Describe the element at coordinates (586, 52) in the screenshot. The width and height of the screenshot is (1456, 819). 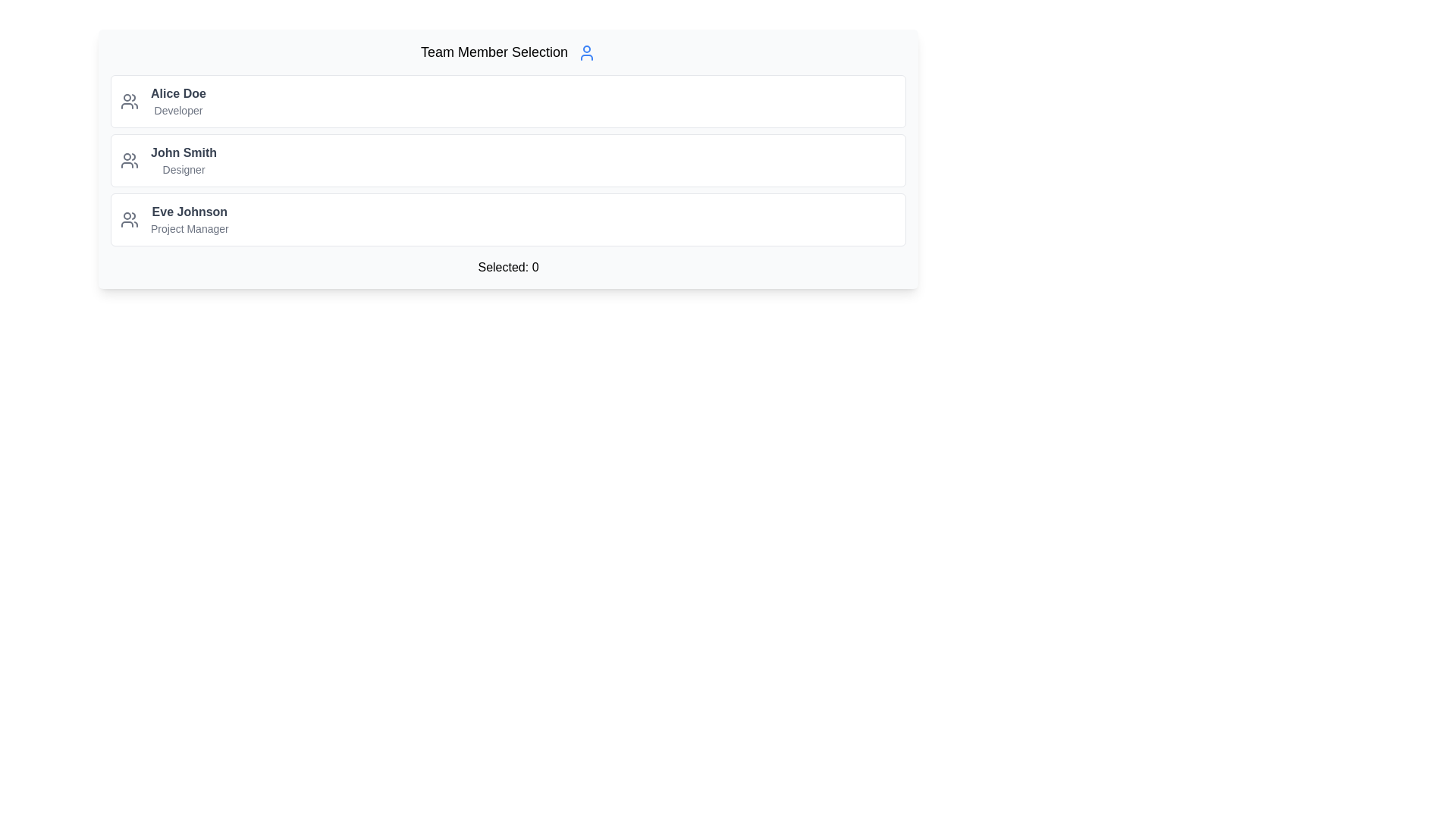
I see `the icon related to the 'Team Member Selection' feature, which is located at the rightmost end of the title text 'Team Member Selection'` at that location.